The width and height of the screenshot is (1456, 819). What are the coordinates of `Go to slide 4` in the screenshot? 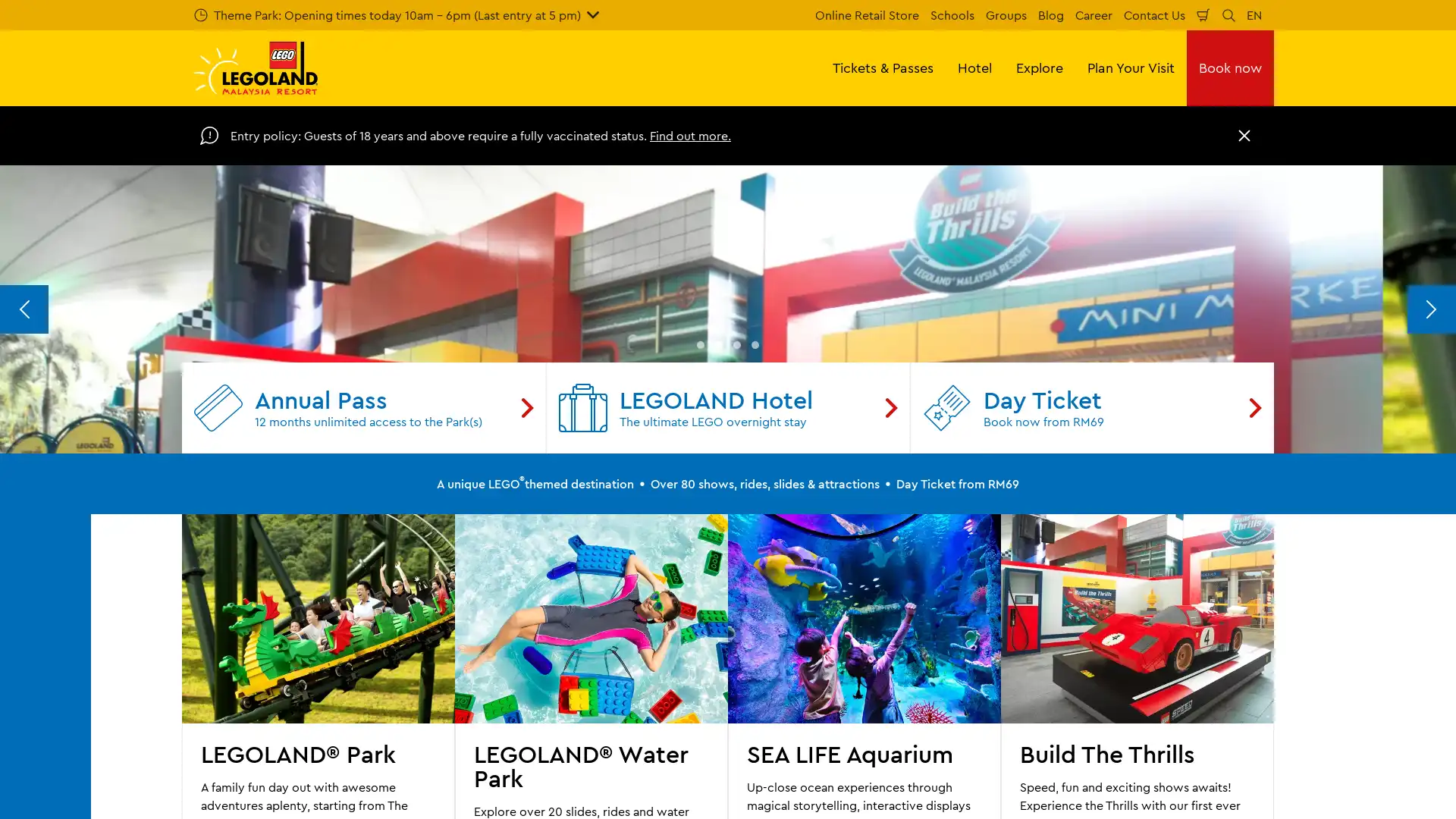 It's located at (755, 646).